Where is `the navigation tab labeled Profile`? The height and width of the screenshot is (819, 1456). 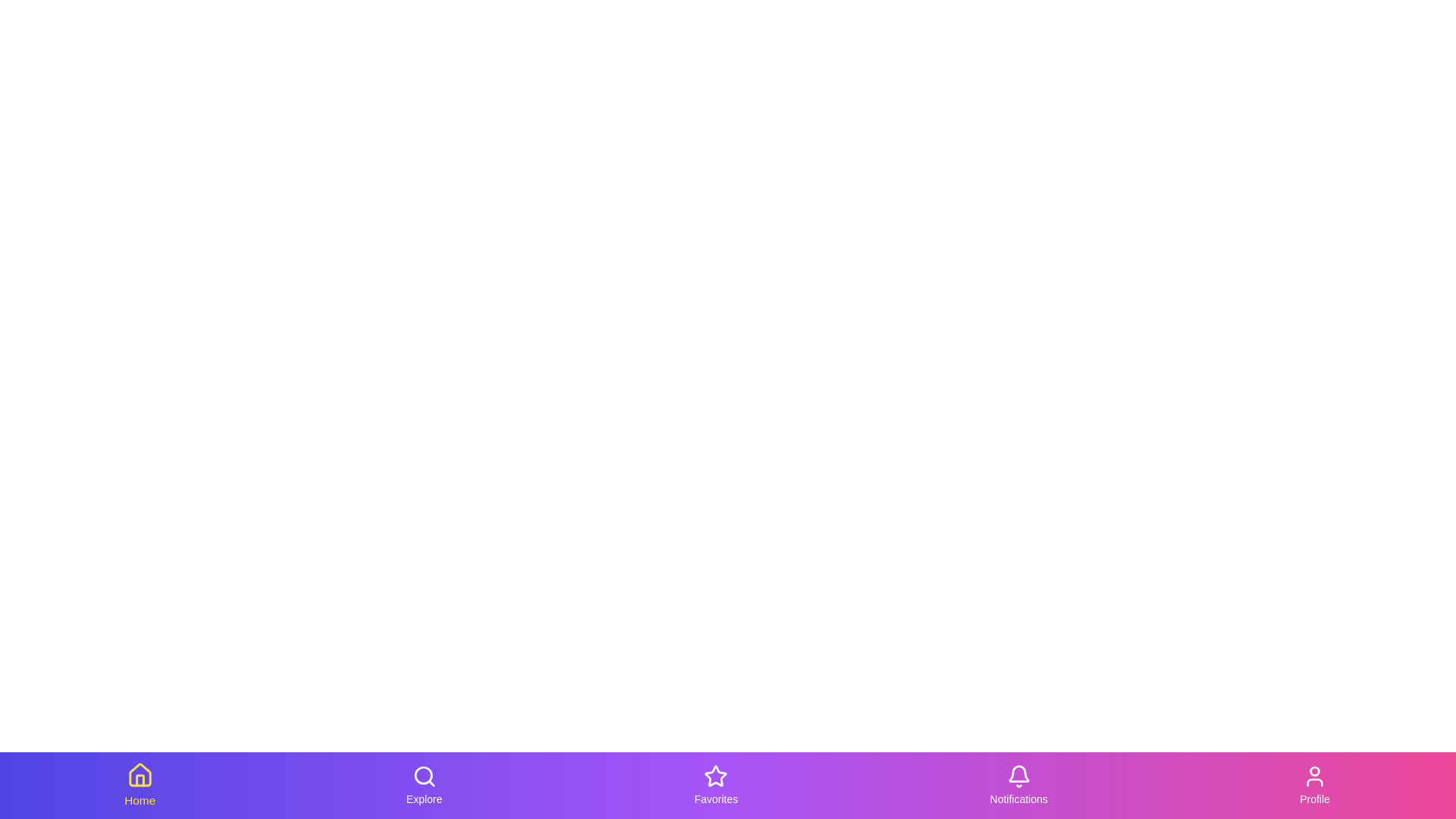
the navigation tab labeled Profile is located at coordinates (1313, 785).